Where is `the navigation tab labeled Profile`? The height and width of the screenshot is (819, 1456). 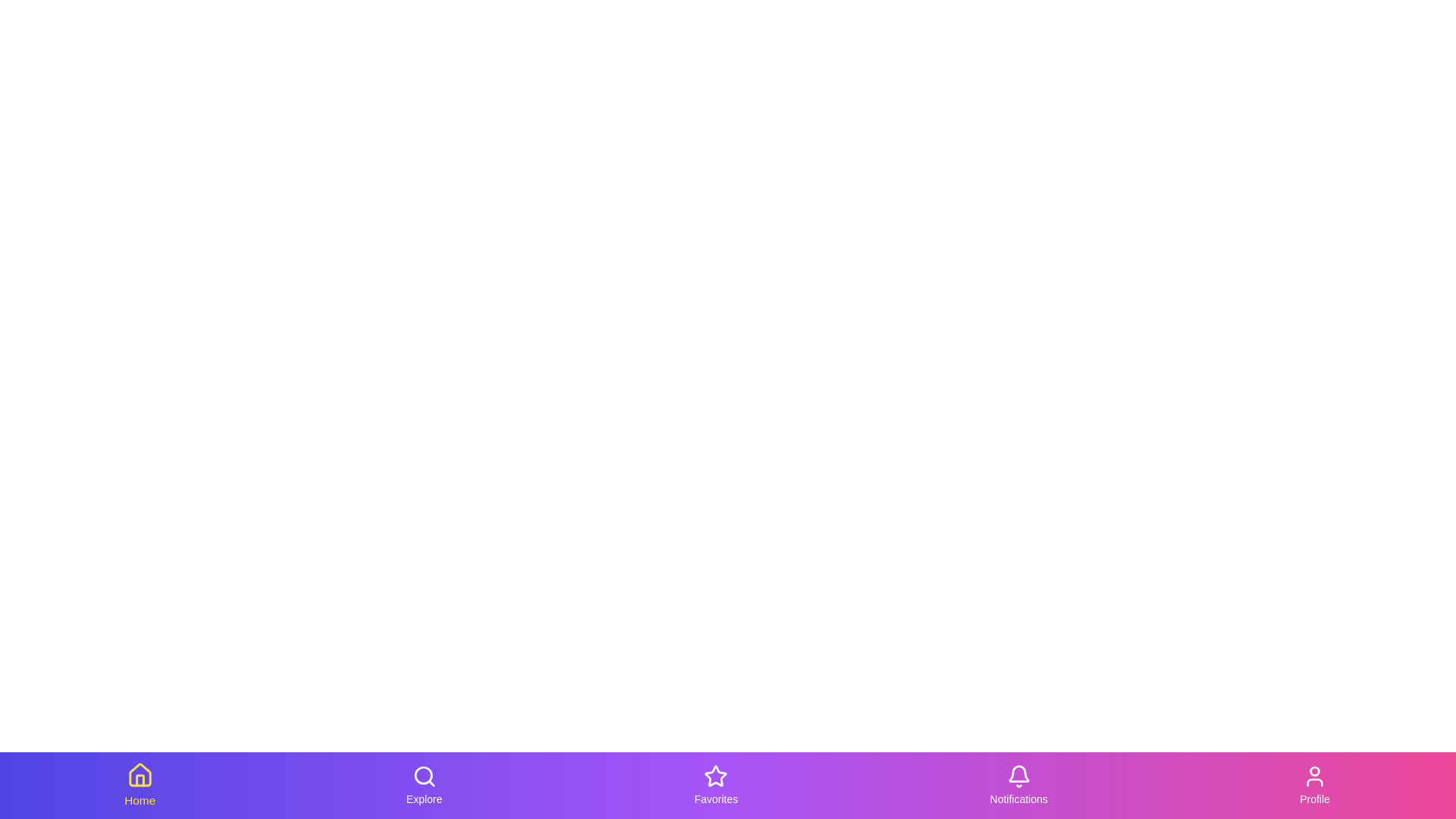
the navigation tab labeled Profile is located at coordinates (1313, 785).